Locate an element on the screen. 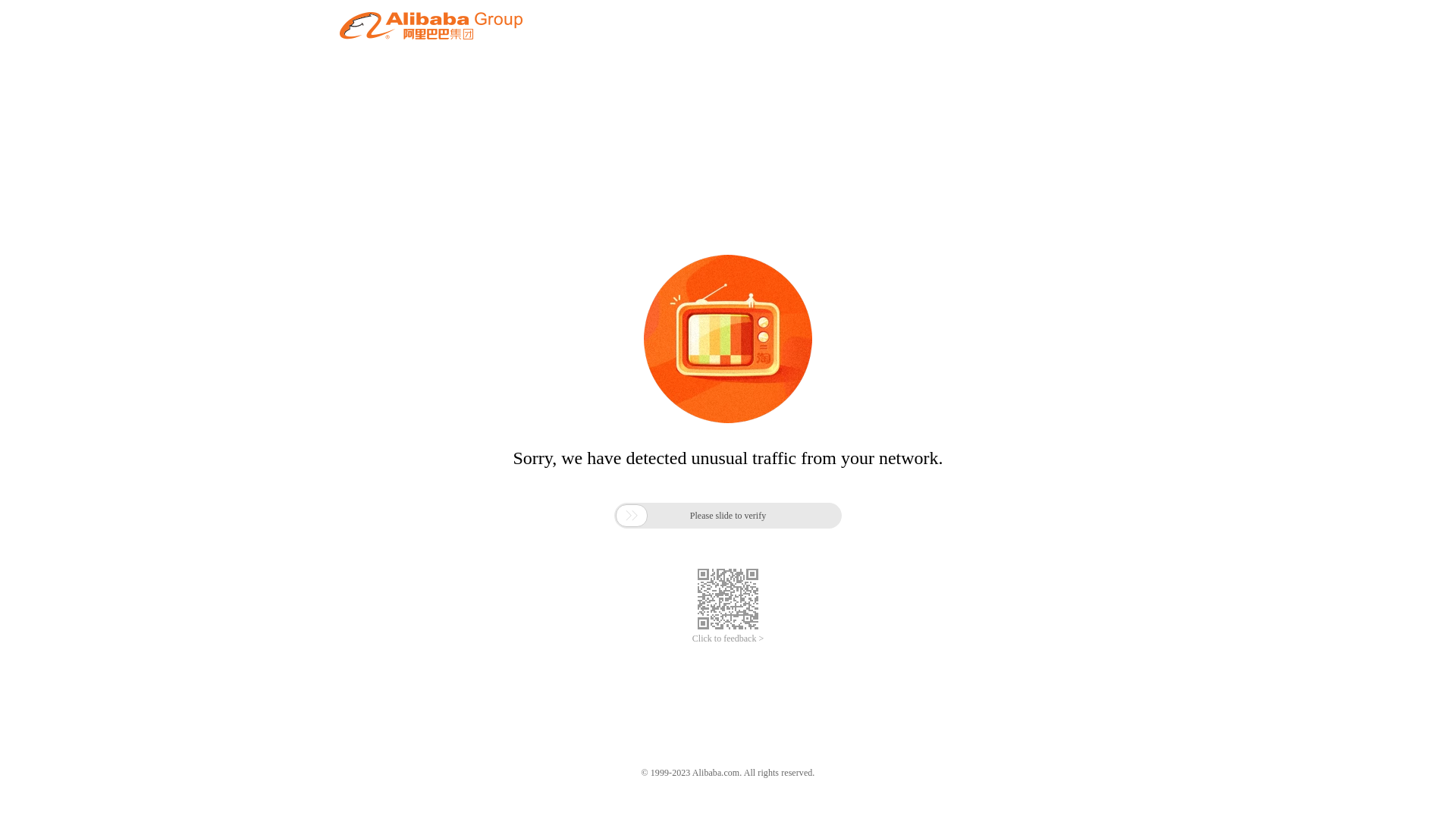  'Click to feedback >' is located at coordinates (728, 639).